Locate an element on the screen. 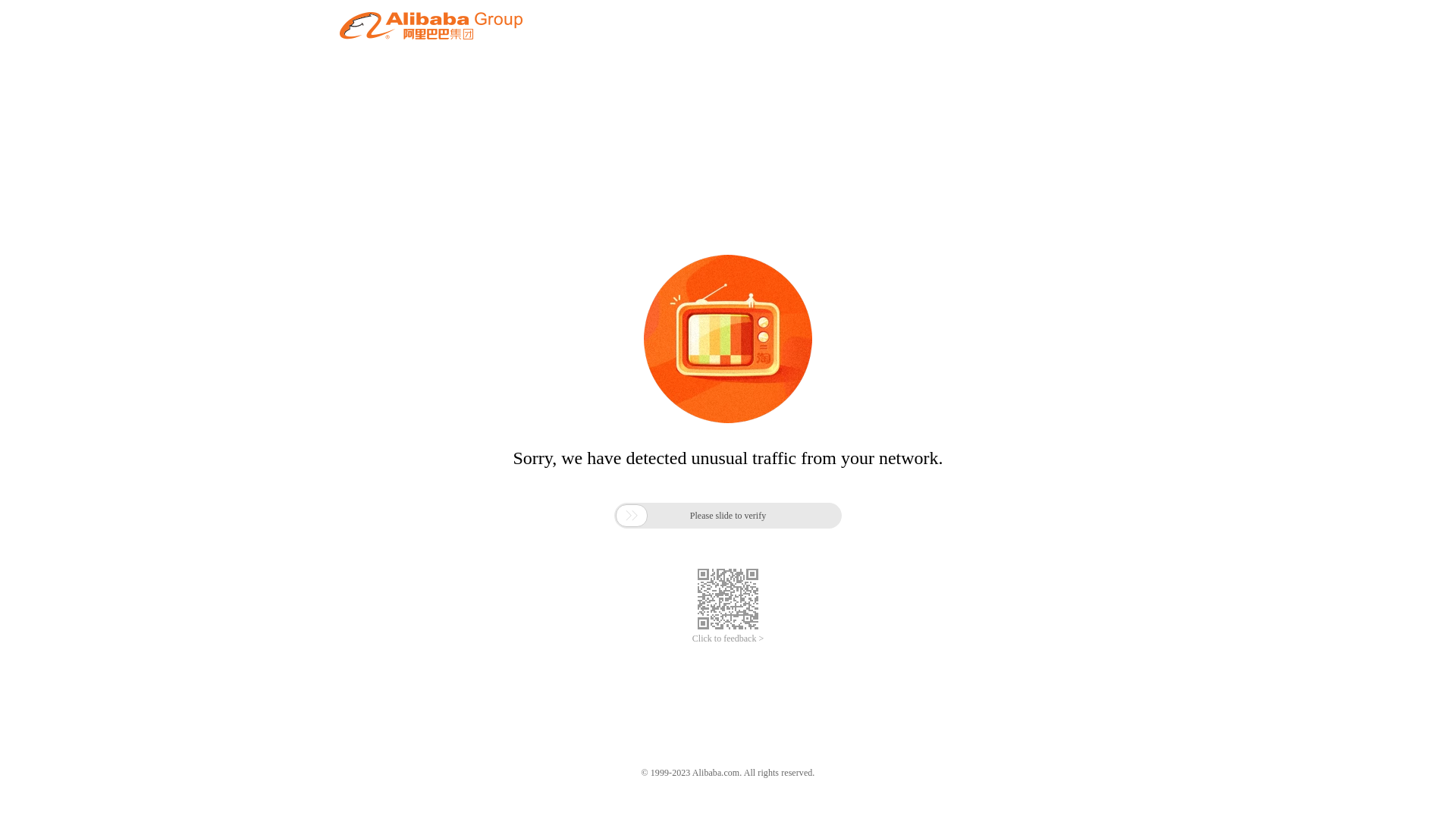  'Click to feedback >' is located at coordinates (728, 639).